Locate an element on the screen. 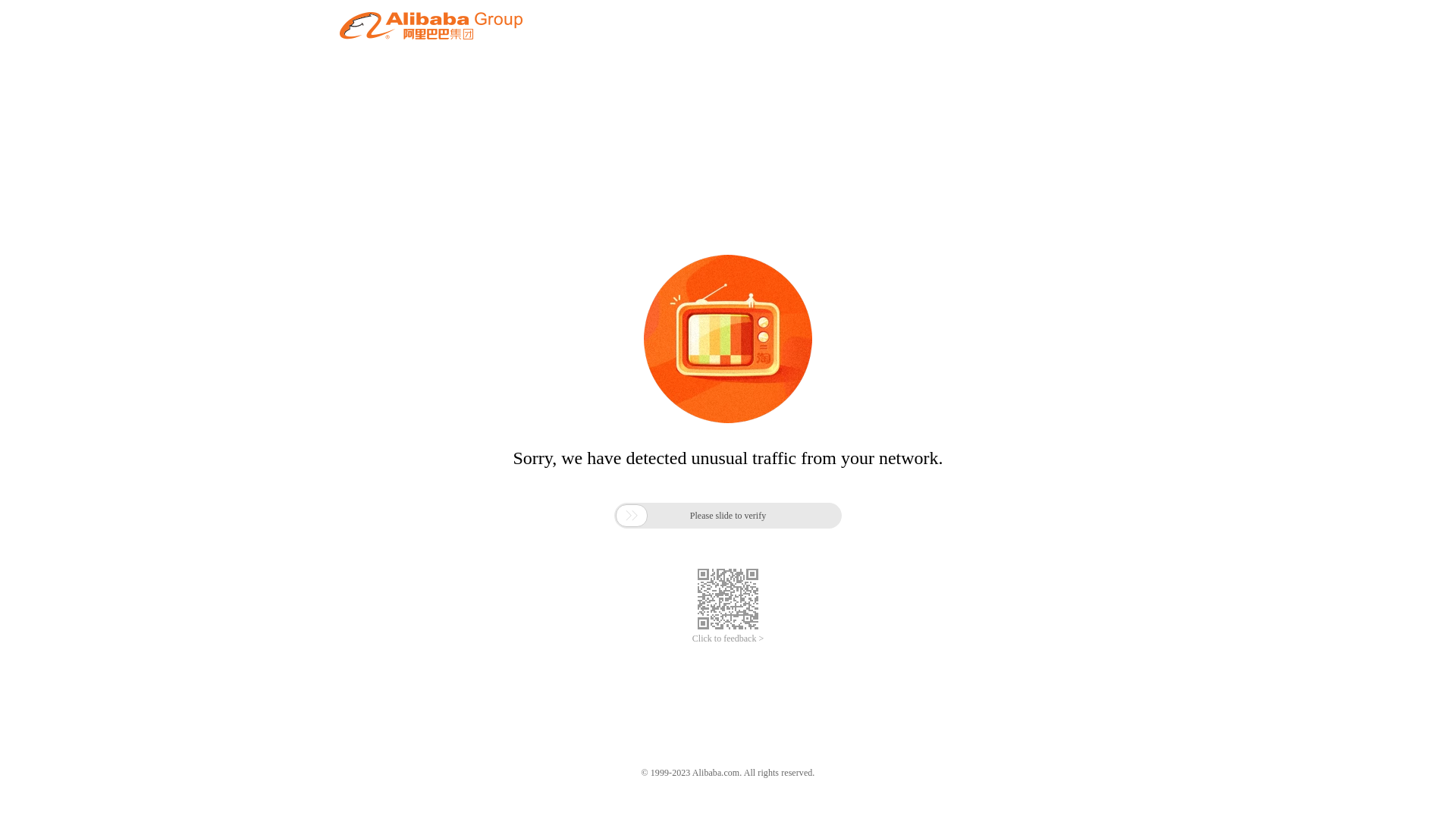  'Click to feedback >' is located at coordinates (728, 639).